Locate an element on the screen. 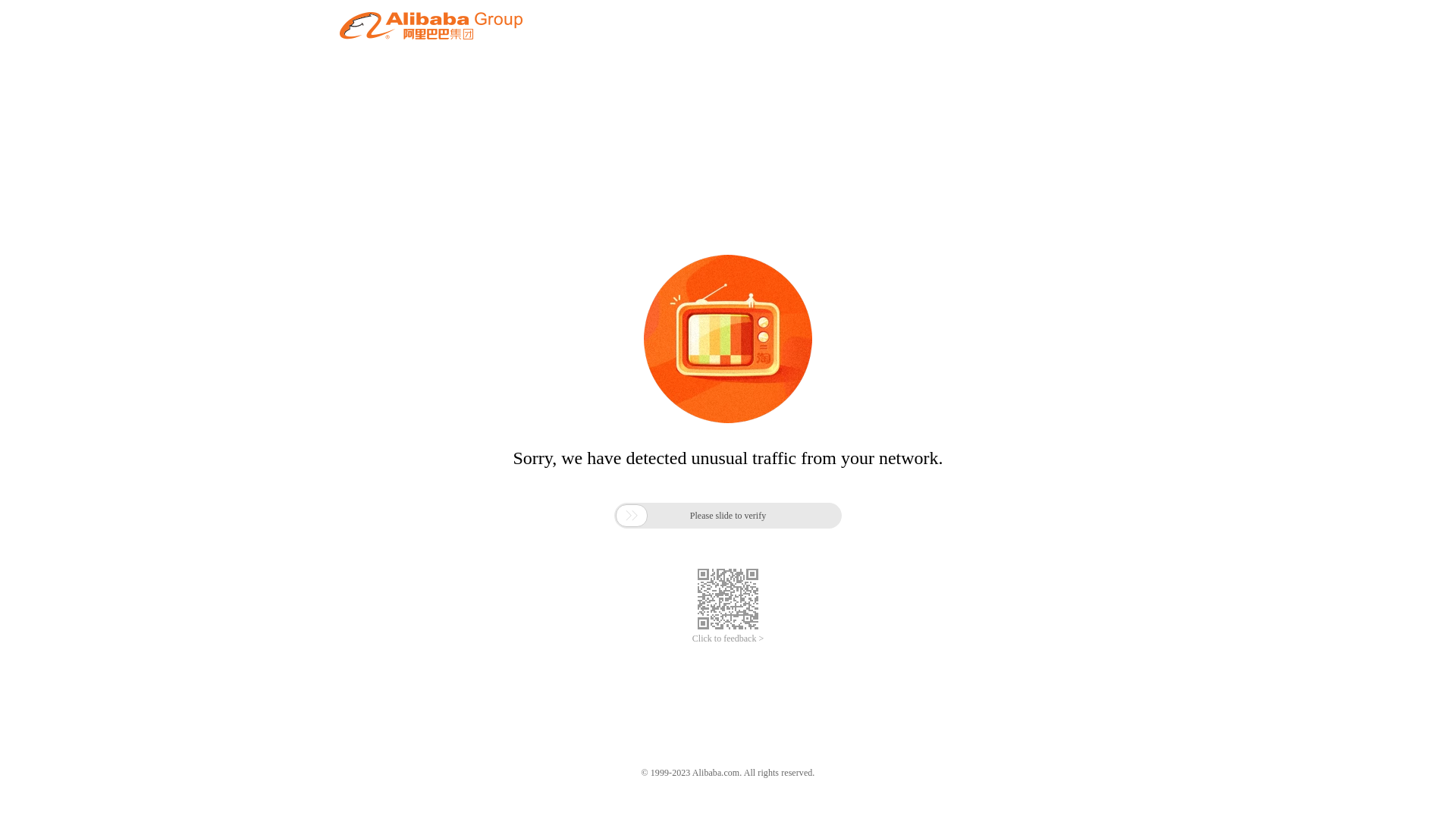  'Click to feedback >' is located at coordinates (728, 639).